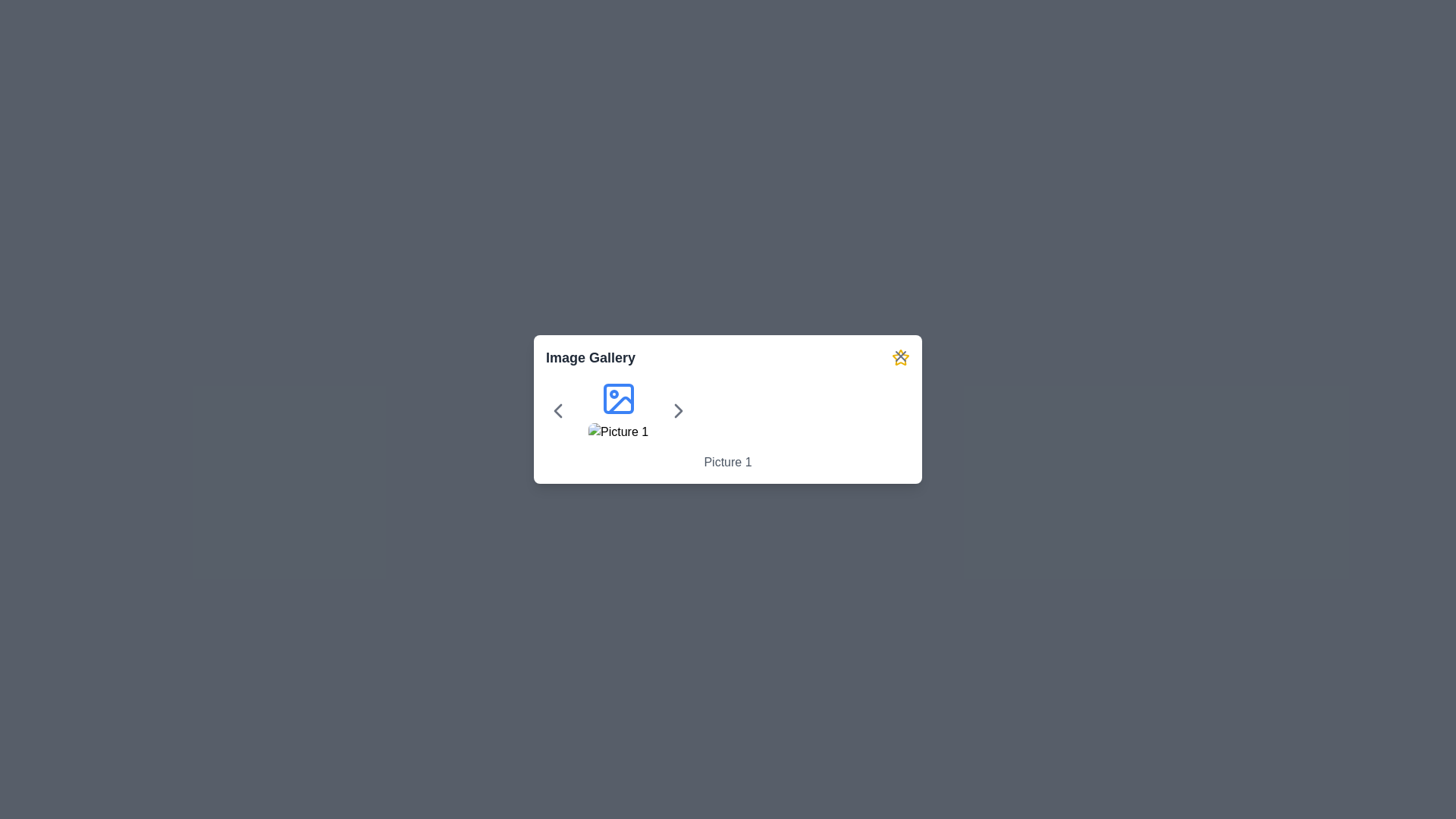 The width and height of the screenshot is (1456, 819). I want to click on the yellow star-shaped SVG icon located at the top-right corner of the Image Gallery interface, so click(901, 357).